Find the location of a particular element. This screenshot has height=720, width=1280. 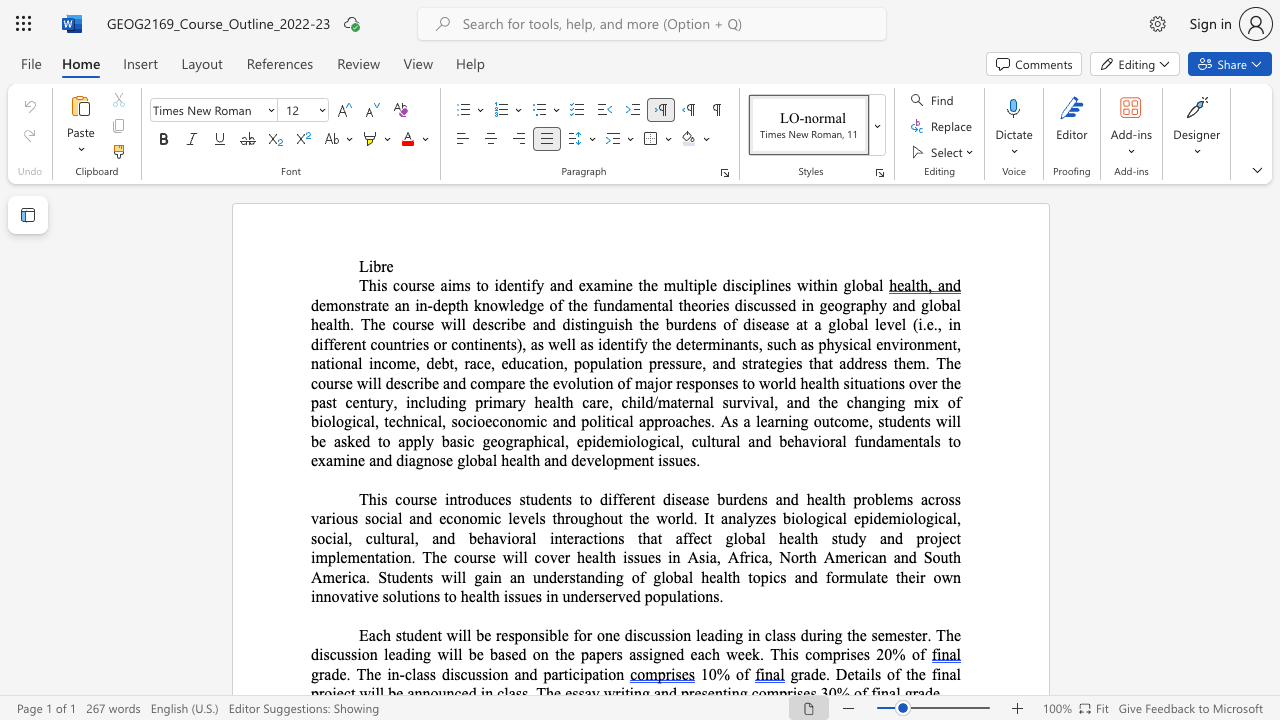

the 10th character "s" in the text is located at coordinates (713, 323).